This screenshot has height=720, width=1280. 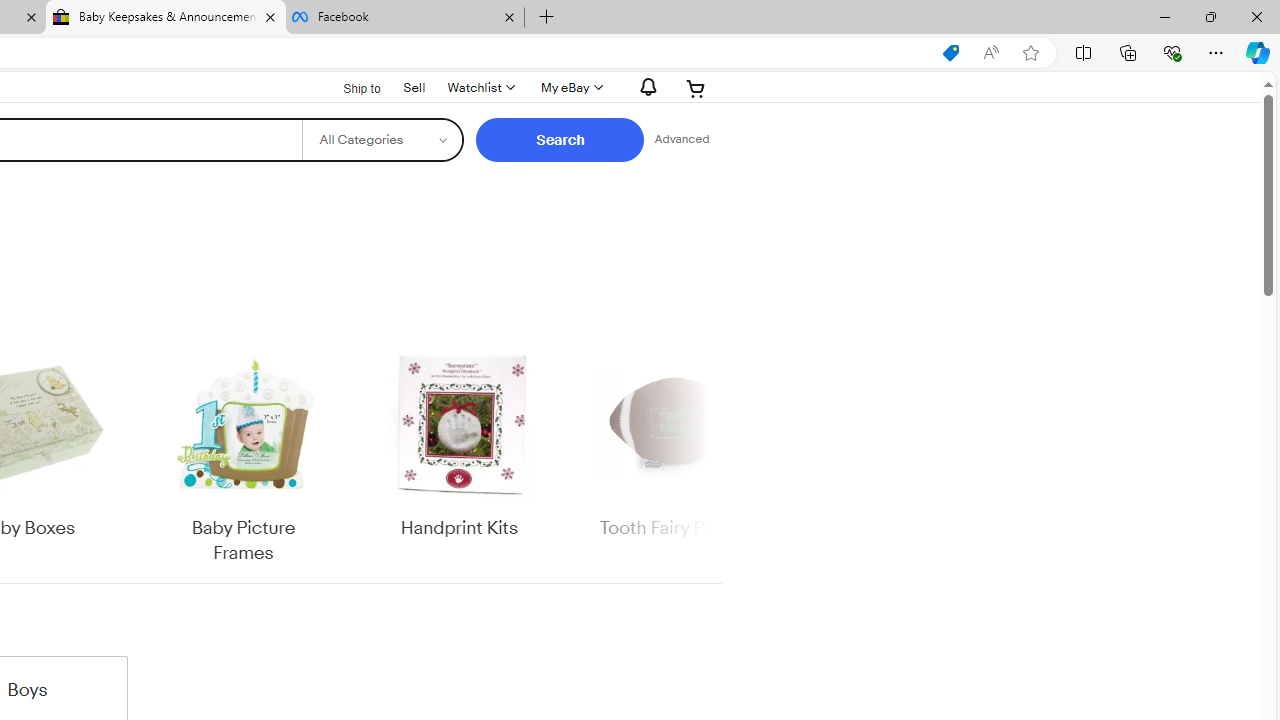 What do you see at coordinates (413, 85) in the screenshot?
I see `'Sell'` at bounding box center [413, 85].